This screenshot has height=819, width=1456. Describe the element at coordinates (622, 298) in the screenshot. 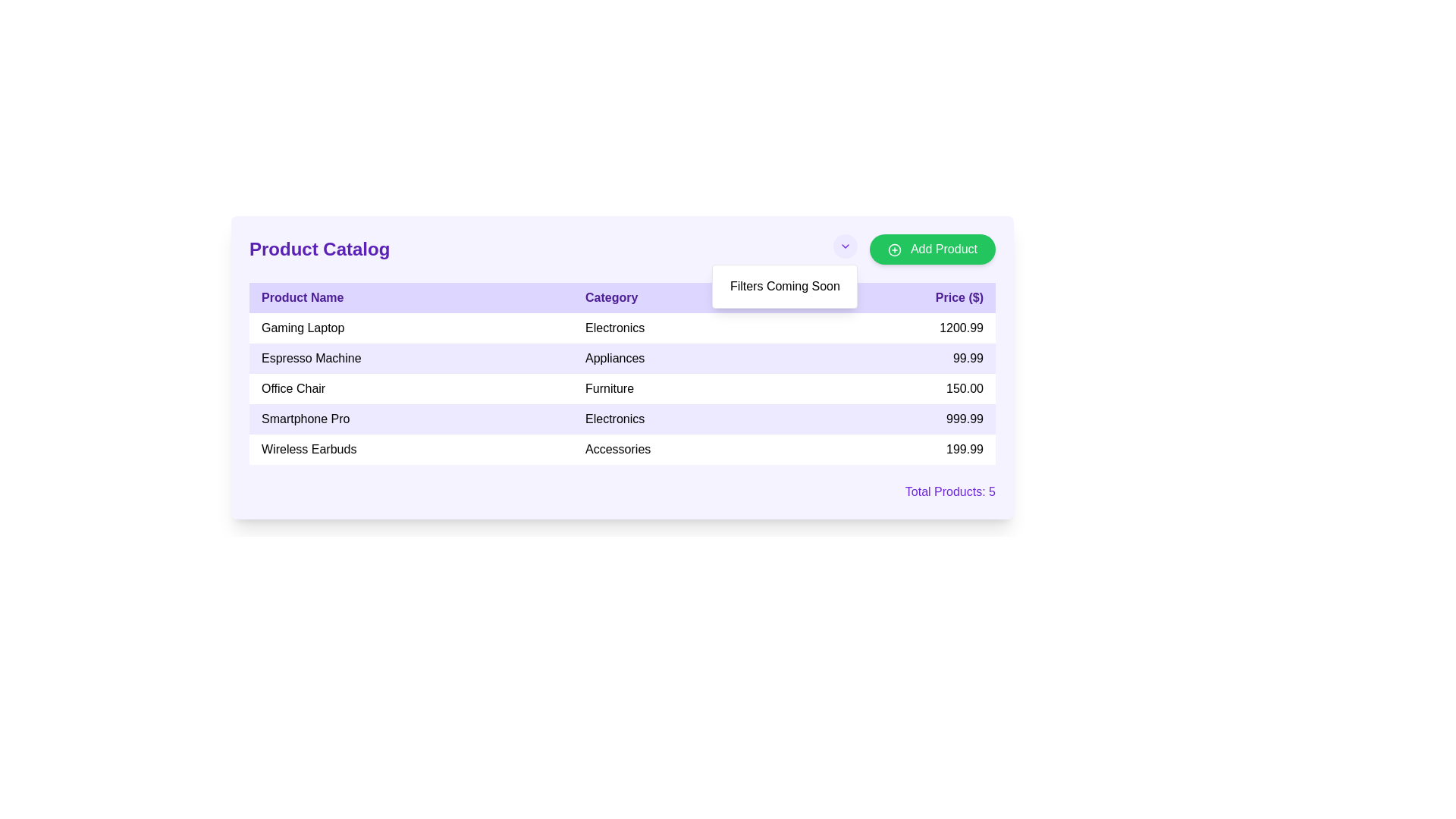

I see `the column header in the table header row to sort the table data` at that location.